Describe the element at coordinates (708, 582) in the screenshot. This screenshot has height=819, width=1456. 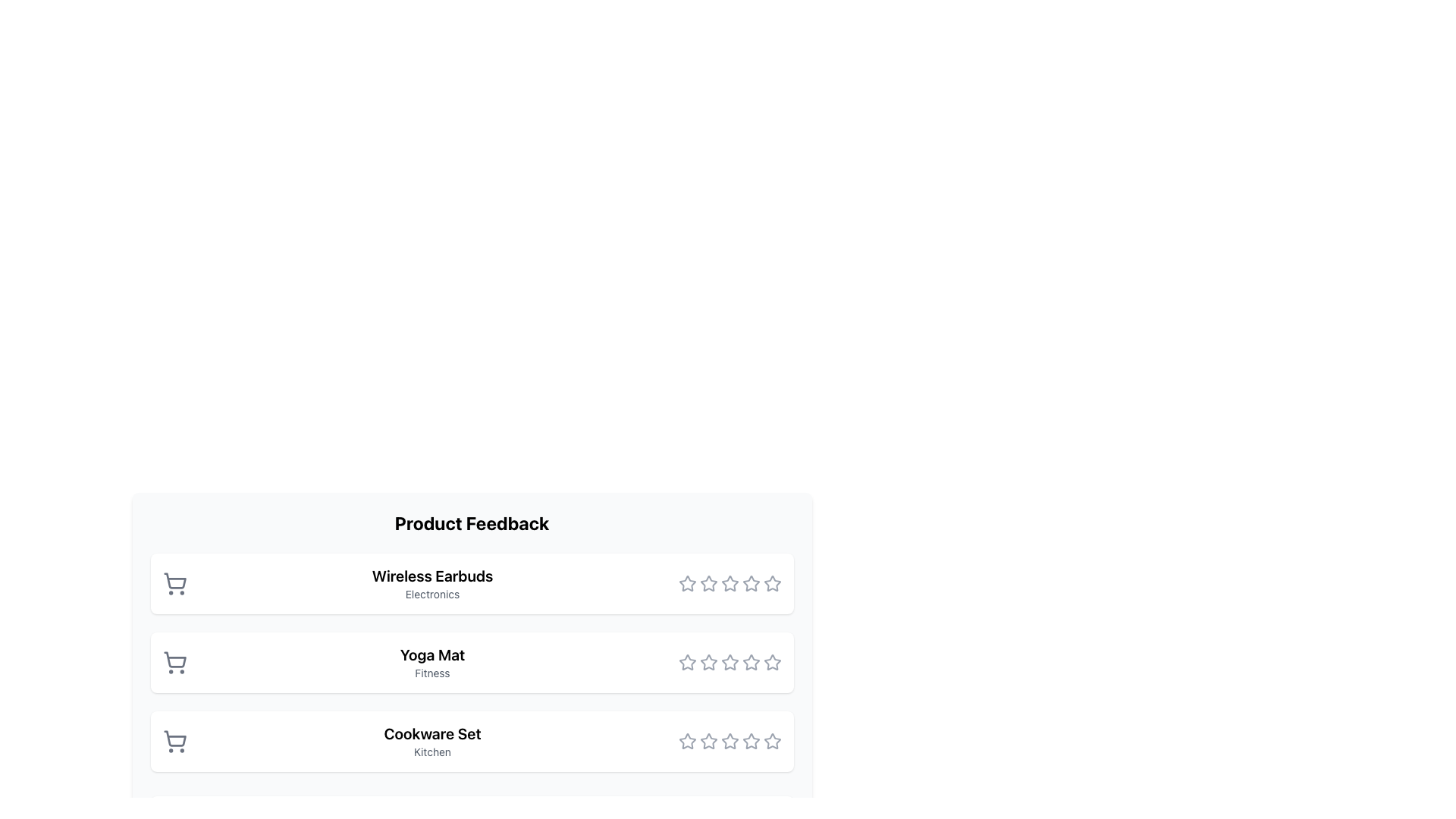
I see `the second star icon in the rating group for the 'Wireless Earbuds' feedback form` at that location.